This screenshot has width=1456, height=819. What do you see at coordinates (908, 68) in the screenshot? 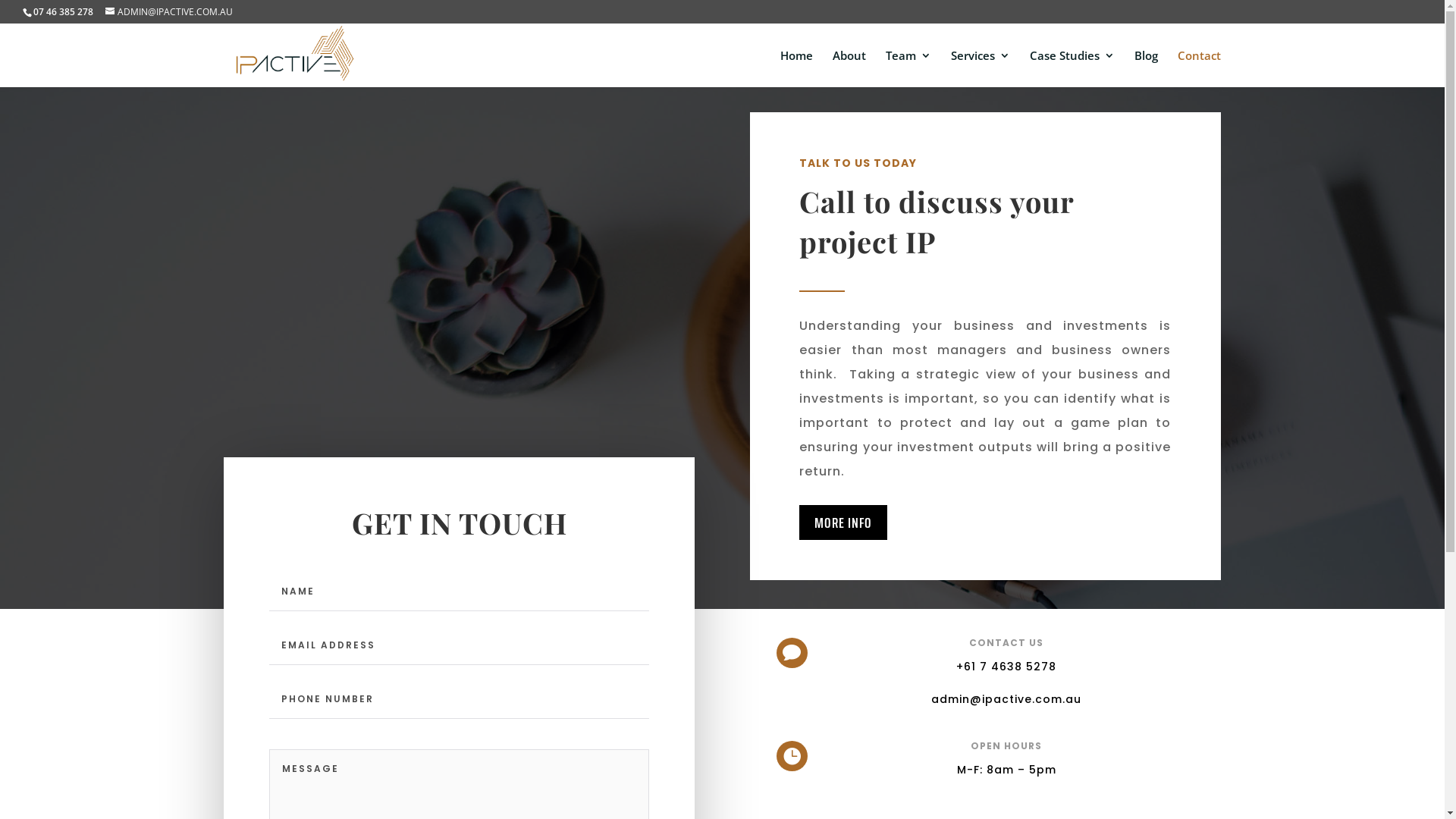
I see `'Team'` at bounding box center [908, 68].